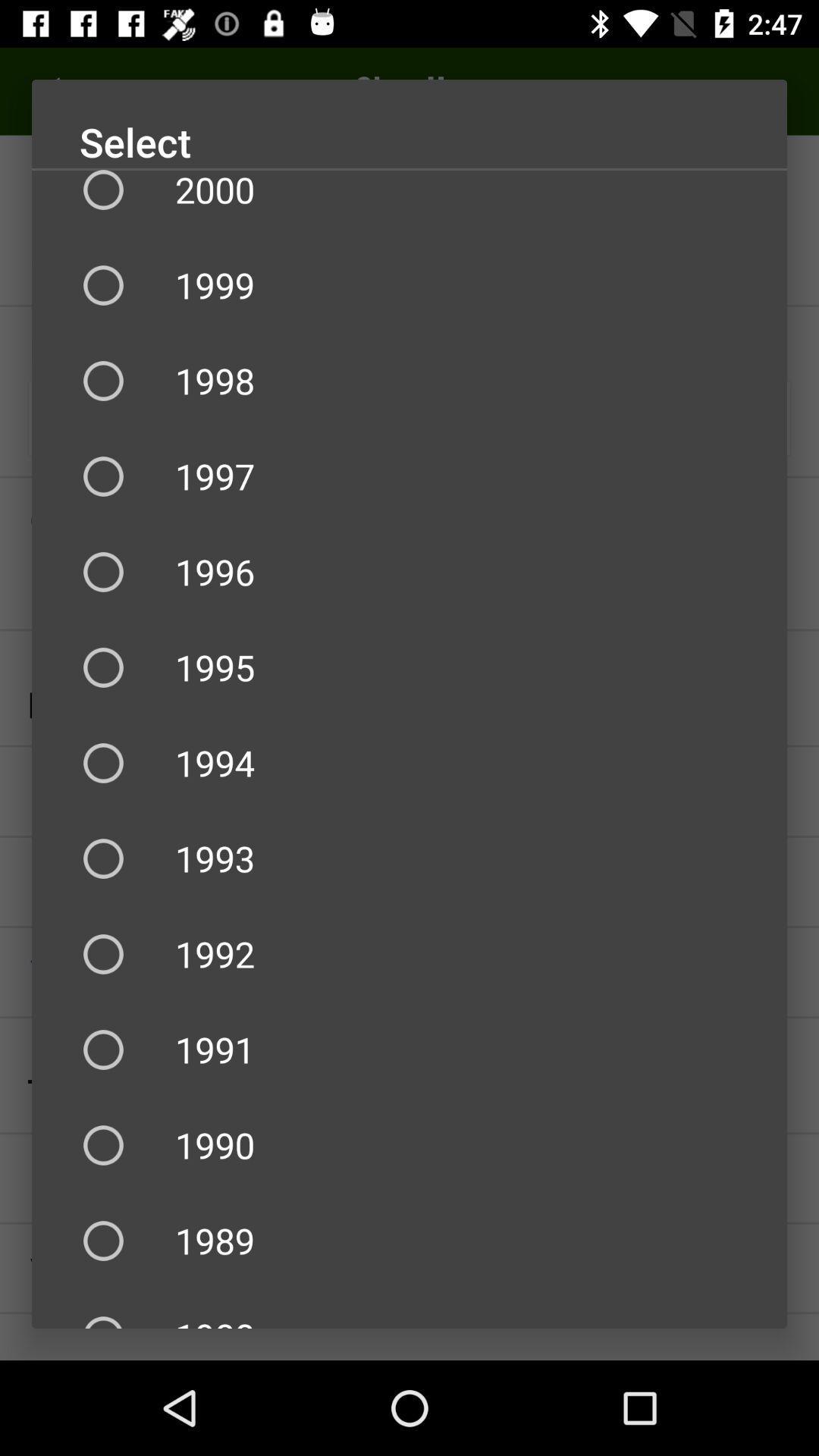 The width and height of the screenshot is (819, 1456). Describe the element at coordinates (409, 1145) in the screenshot. I see `icon above the 1989 item` at that location.